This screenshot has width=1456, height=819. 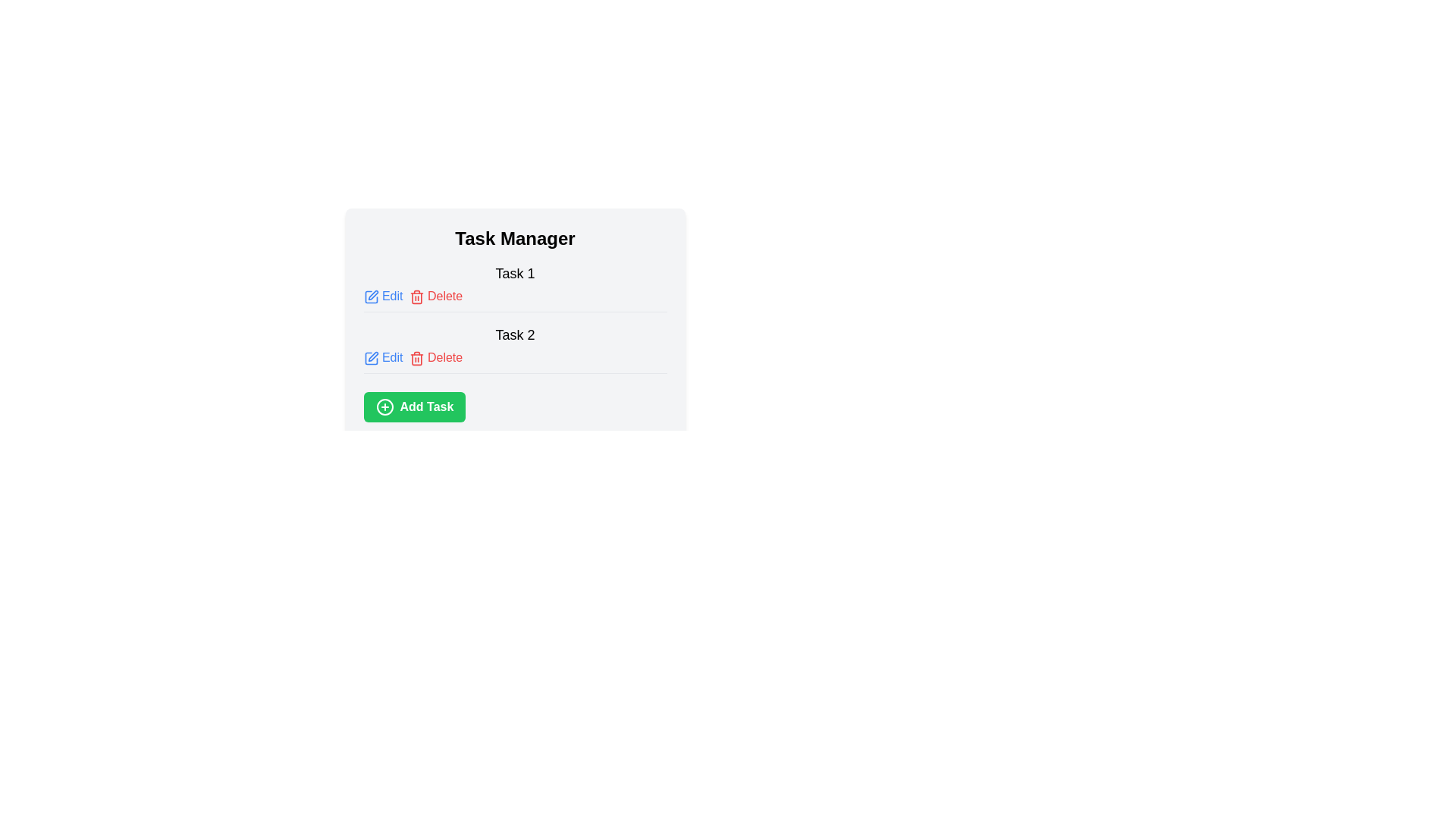 I want to click on the central circle of the 'Add Task' button, which is part of an SVG icon that visually implies adding functionality, so click(x=384, y=406).